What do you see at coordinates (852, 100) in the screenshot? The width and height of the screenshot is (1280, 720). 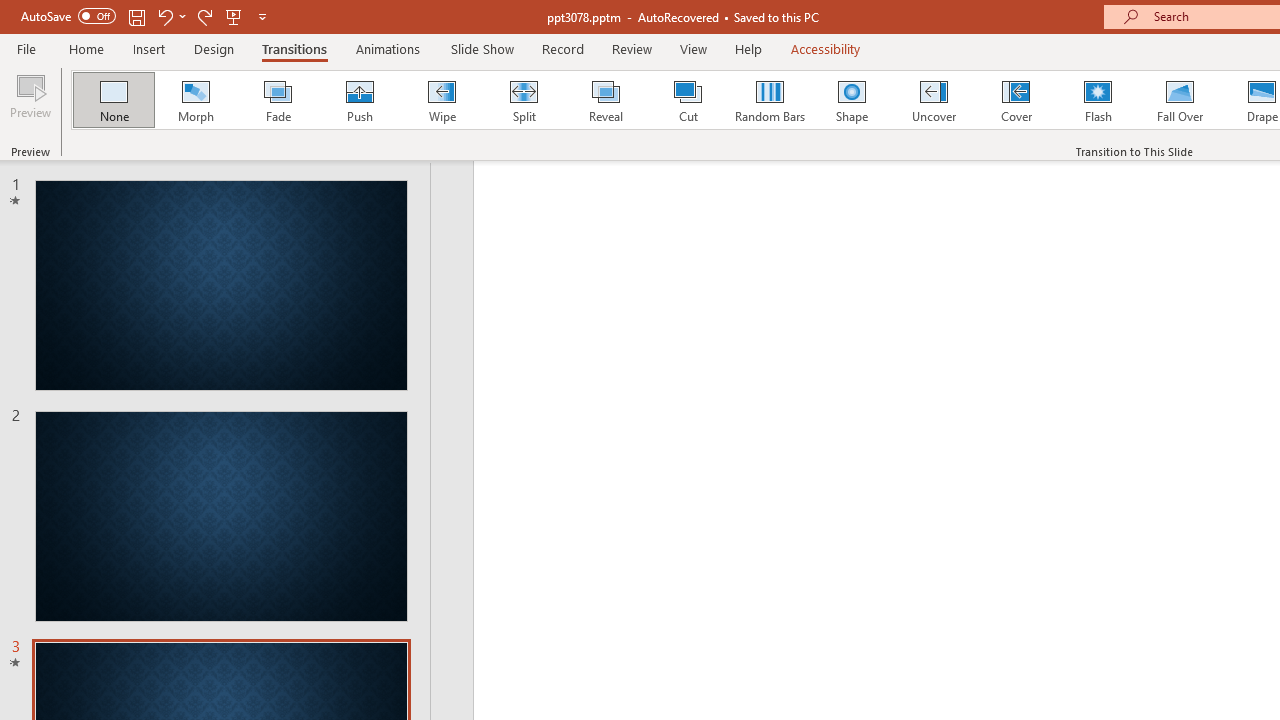 I see `'Shape'` at bounding box center [852, 100].